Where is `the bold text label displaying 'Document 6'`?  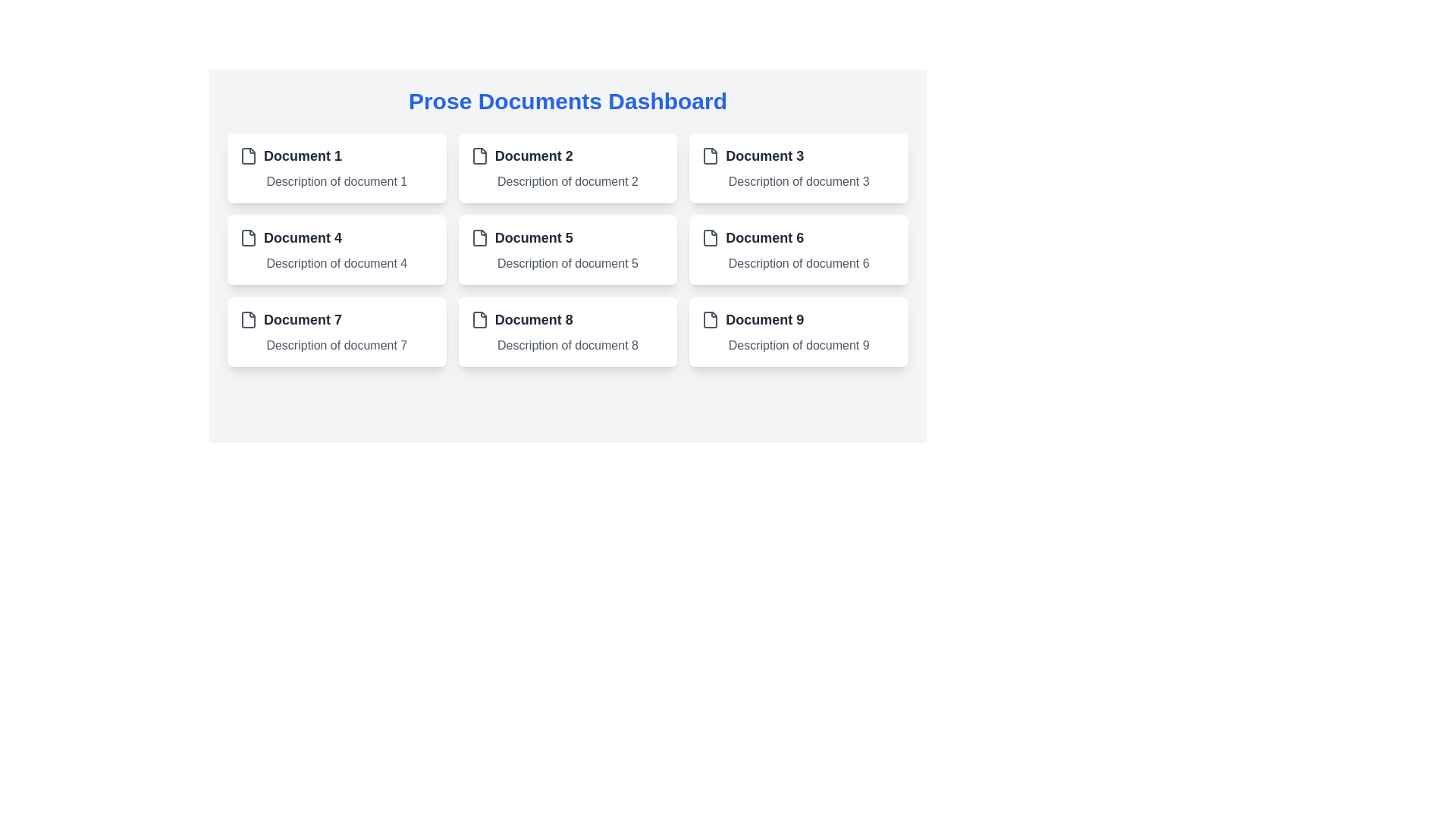 the bold text label displaying 'Document 6' is located at coordinates (798, 237).